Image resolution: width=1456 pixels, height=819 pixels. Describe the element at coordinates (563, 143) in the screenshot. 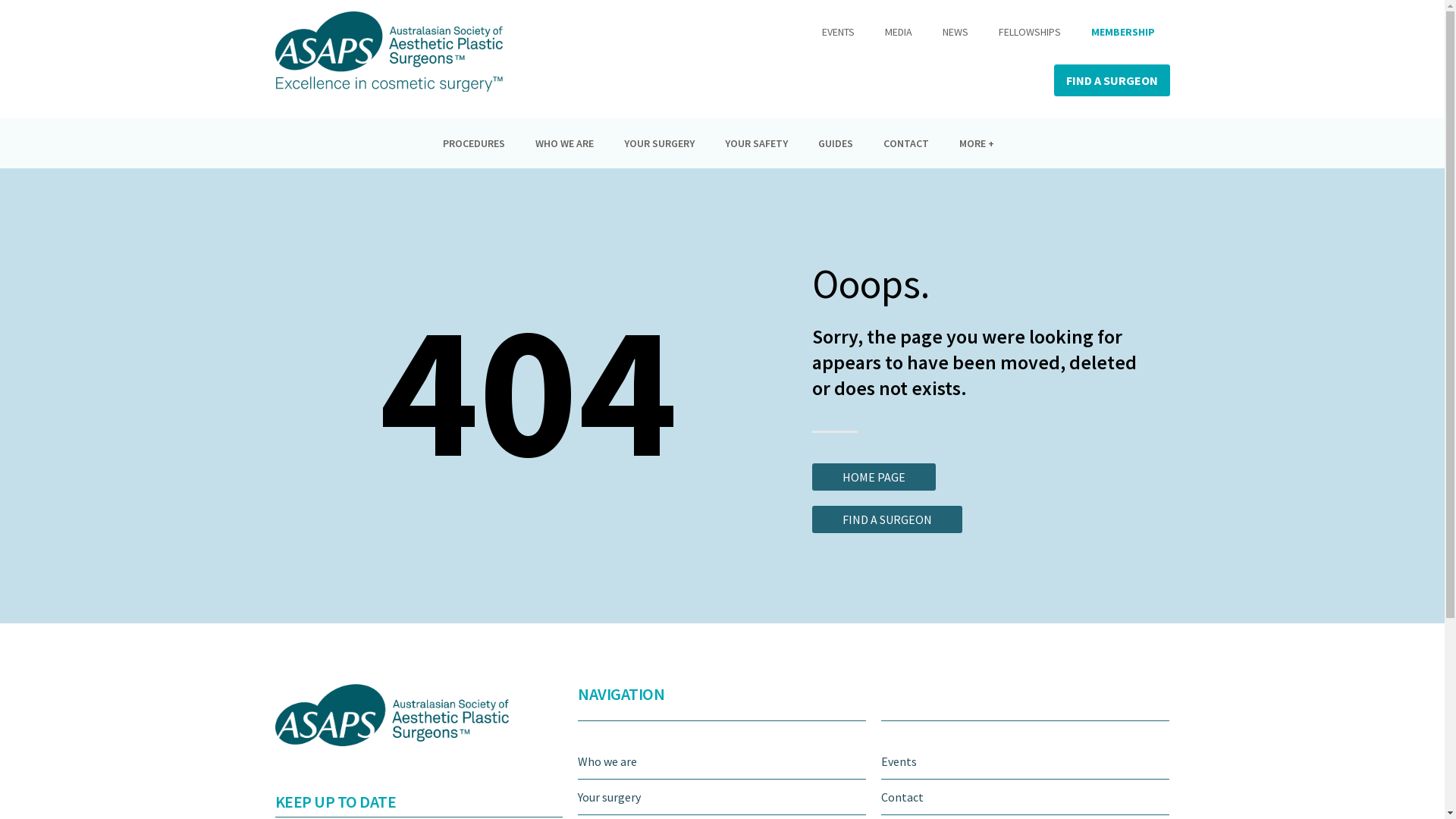

I see `'WHO WE ARE'` at that location.